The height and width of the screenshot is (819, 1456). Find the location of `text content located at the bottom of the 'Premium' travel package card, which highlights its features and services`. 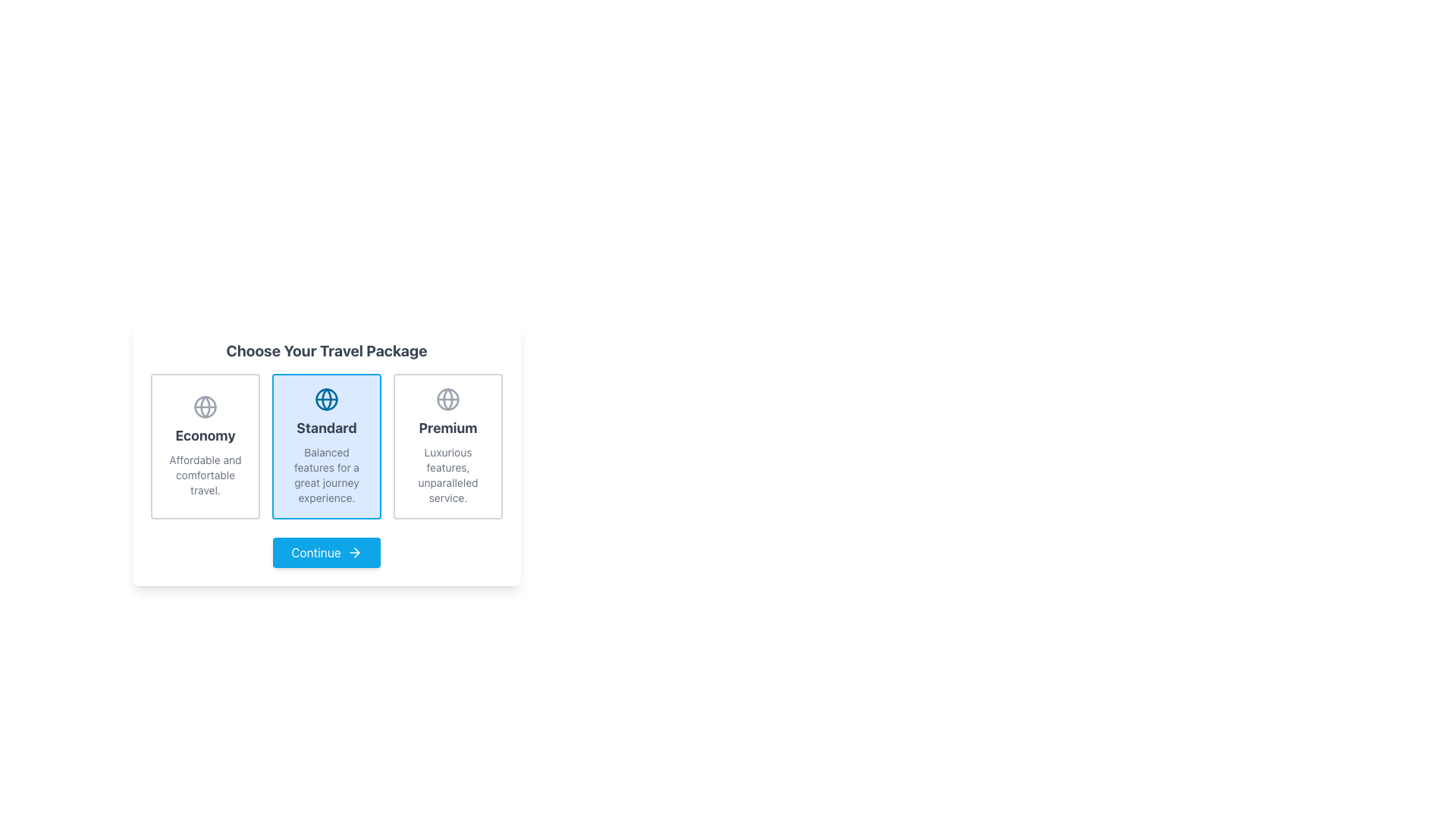

text content located at the bottom of the 'Premium' travel package card, which highlights its features and services is located at coordinates (447, 475).